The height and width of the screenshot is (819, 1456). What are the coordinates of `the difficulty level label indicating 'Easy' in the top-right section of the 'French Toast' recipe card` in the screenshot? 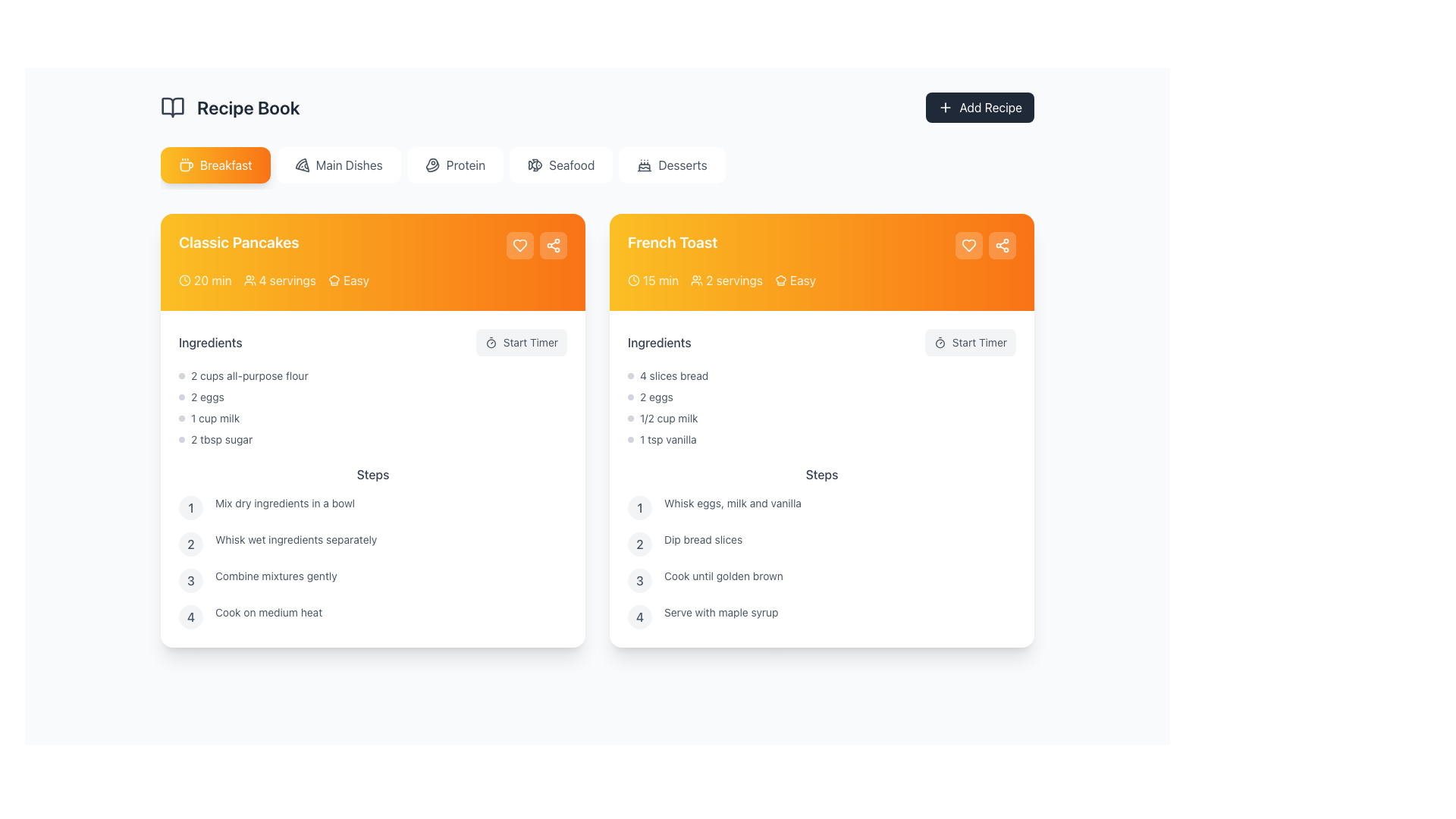 It's located at (794, 281).